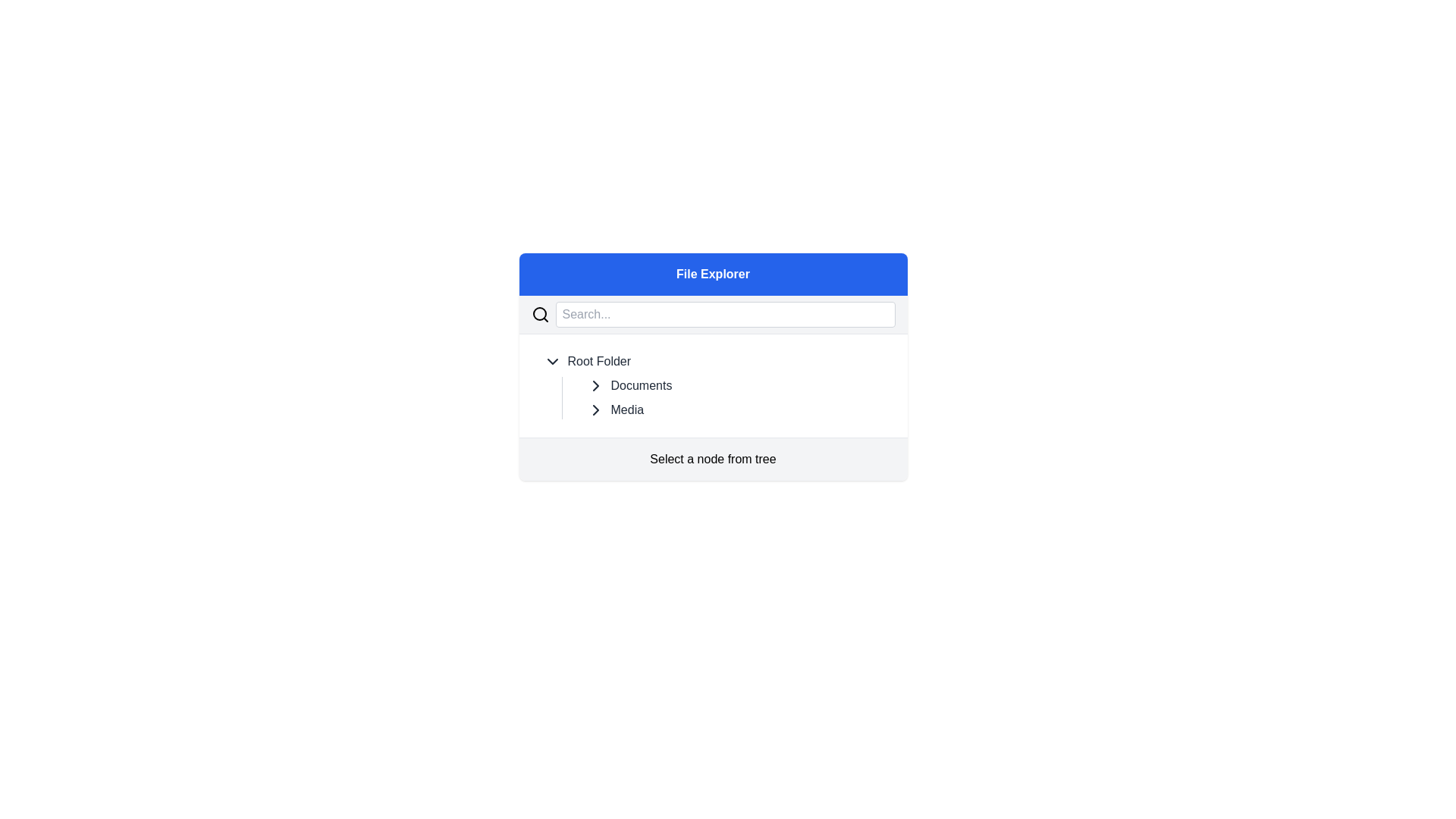 This screenshot has height=819, width=1456. What do you see at coordinates (539, 312) in the screenshot?
I see `the SVG graphical component representing the magnifying glass icon used for search functionality, located to the left of the search input field in the 'File Explorer' interface` at bounding box center [539, 312].